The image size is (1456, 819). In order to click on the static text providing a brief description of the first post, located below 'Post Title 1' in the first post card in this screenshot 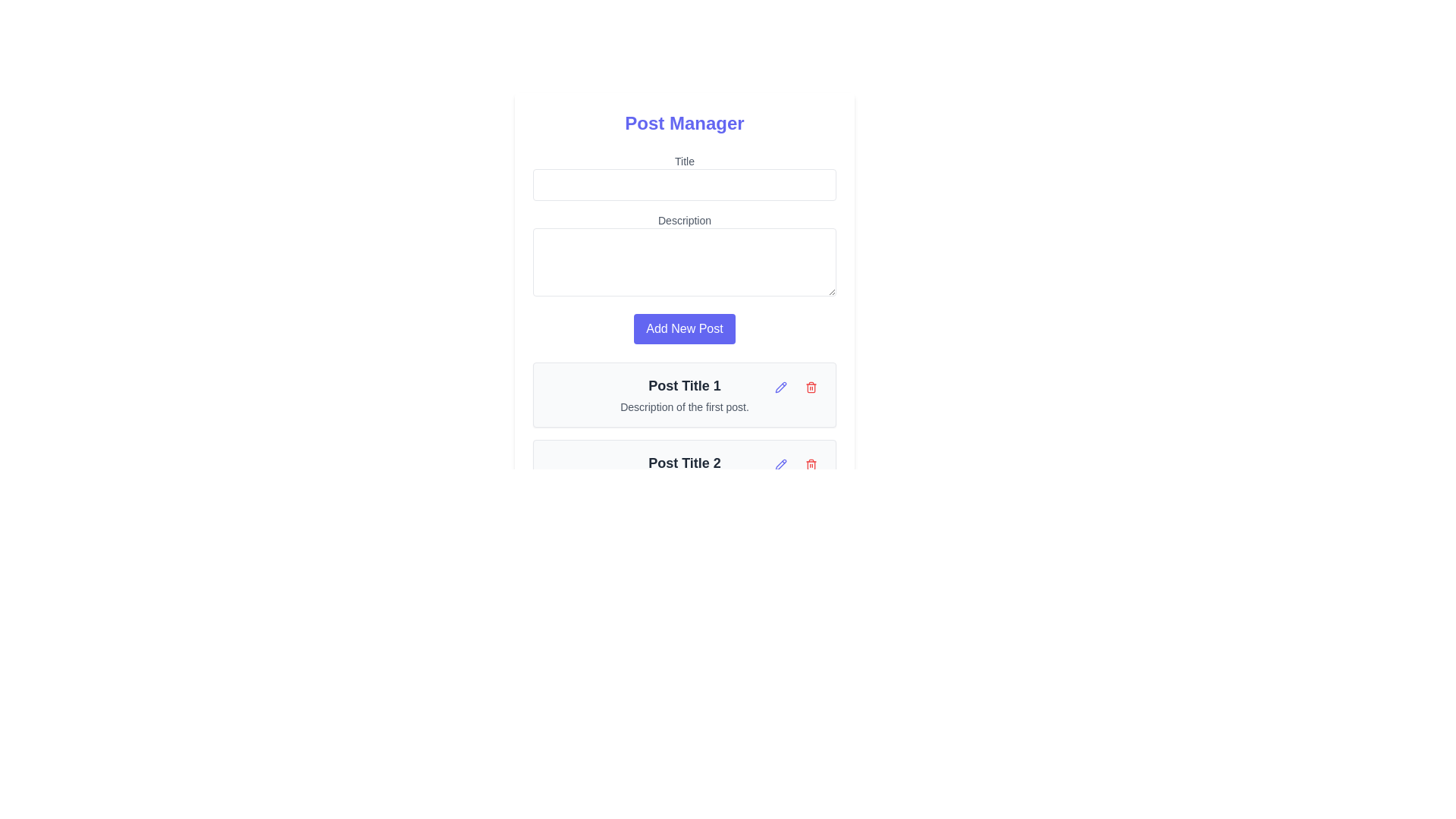, I will do `click(683, 406)`.